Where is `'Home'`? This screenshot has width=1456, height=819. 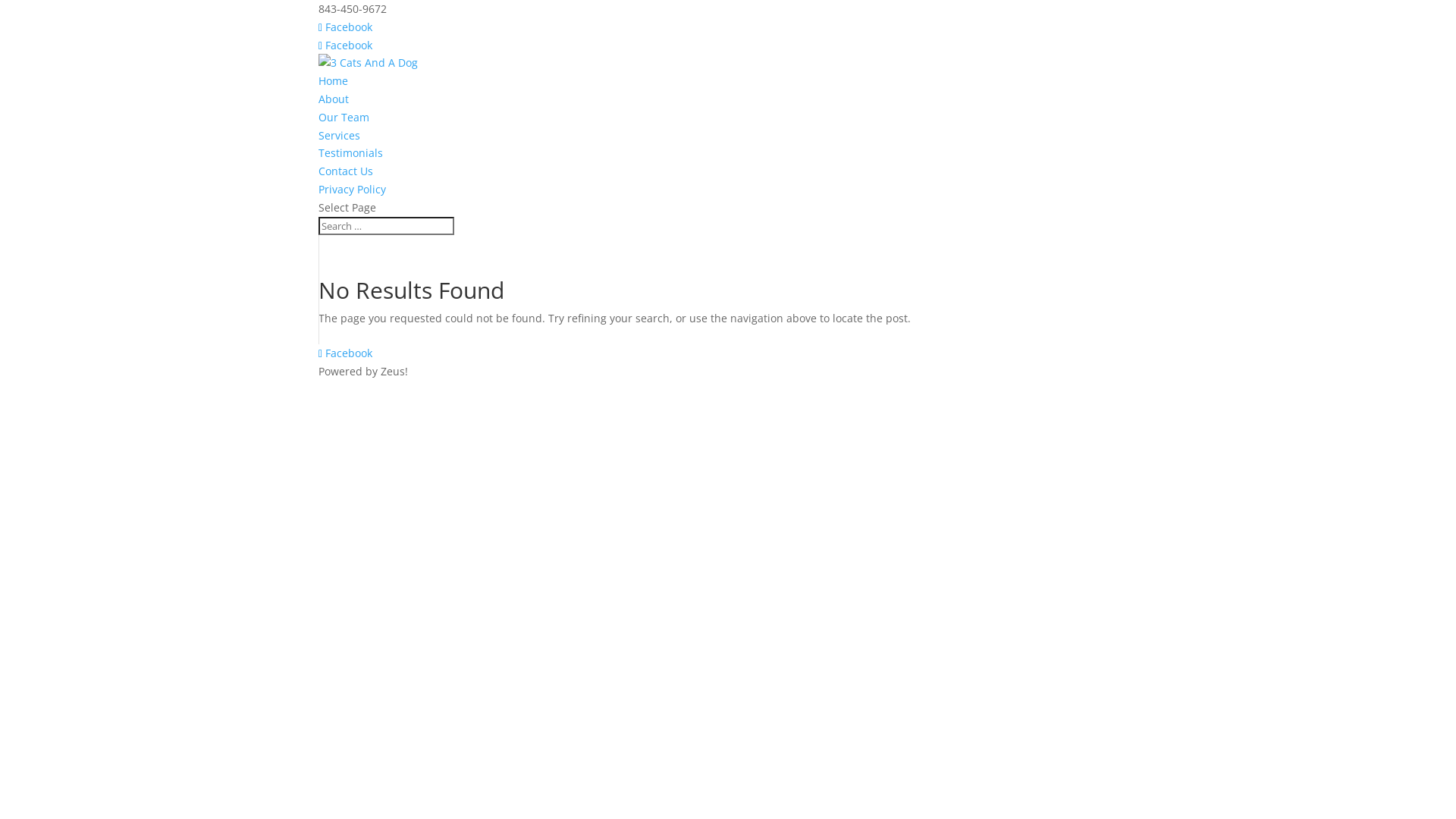 'Home' is located at coordinates (332, 80).